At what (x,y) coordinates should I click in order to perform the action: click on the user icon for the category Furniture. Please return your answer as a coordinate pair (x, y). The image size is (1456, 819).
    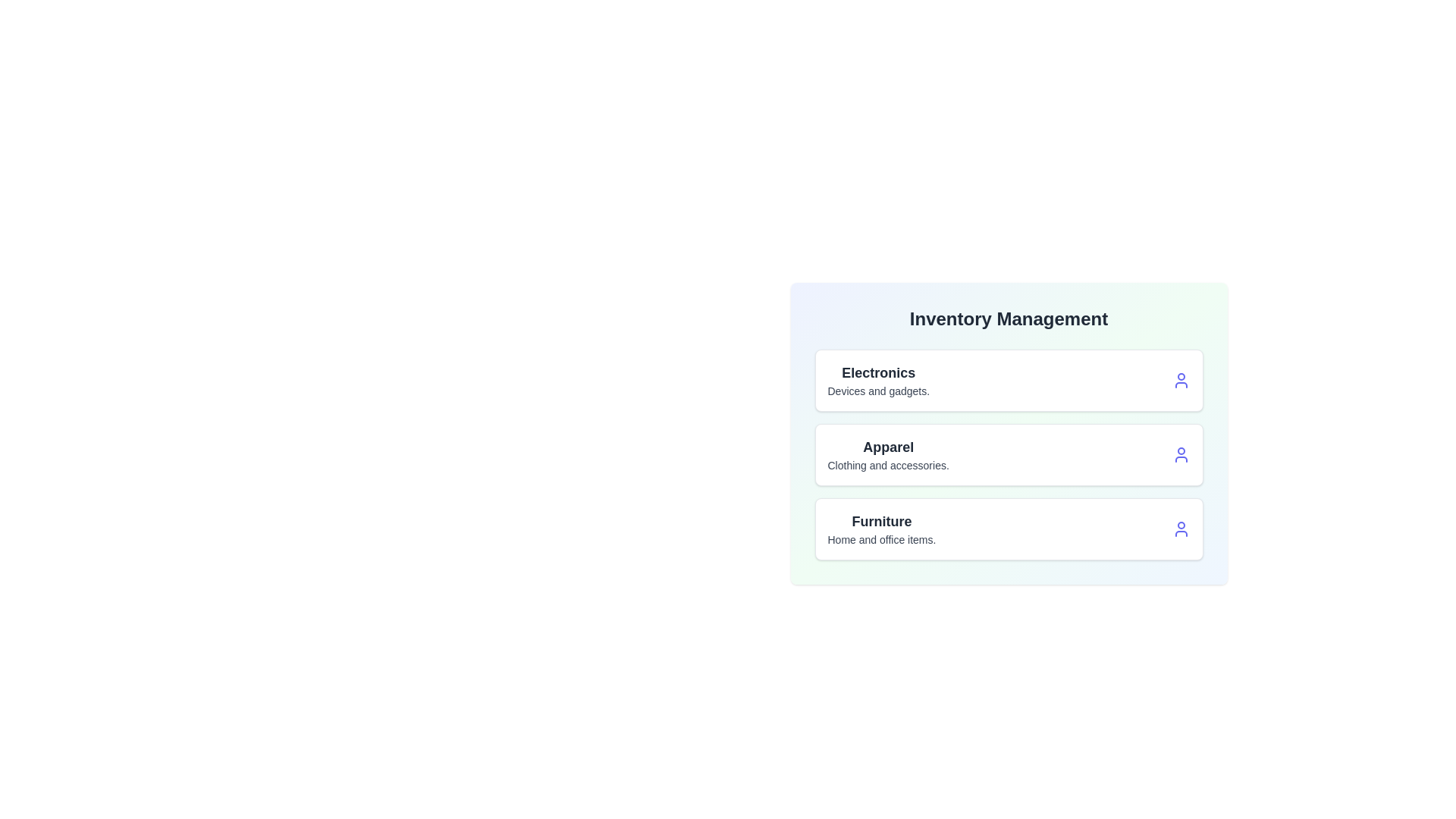
    Looking at the image, I should click on (1180, 529).